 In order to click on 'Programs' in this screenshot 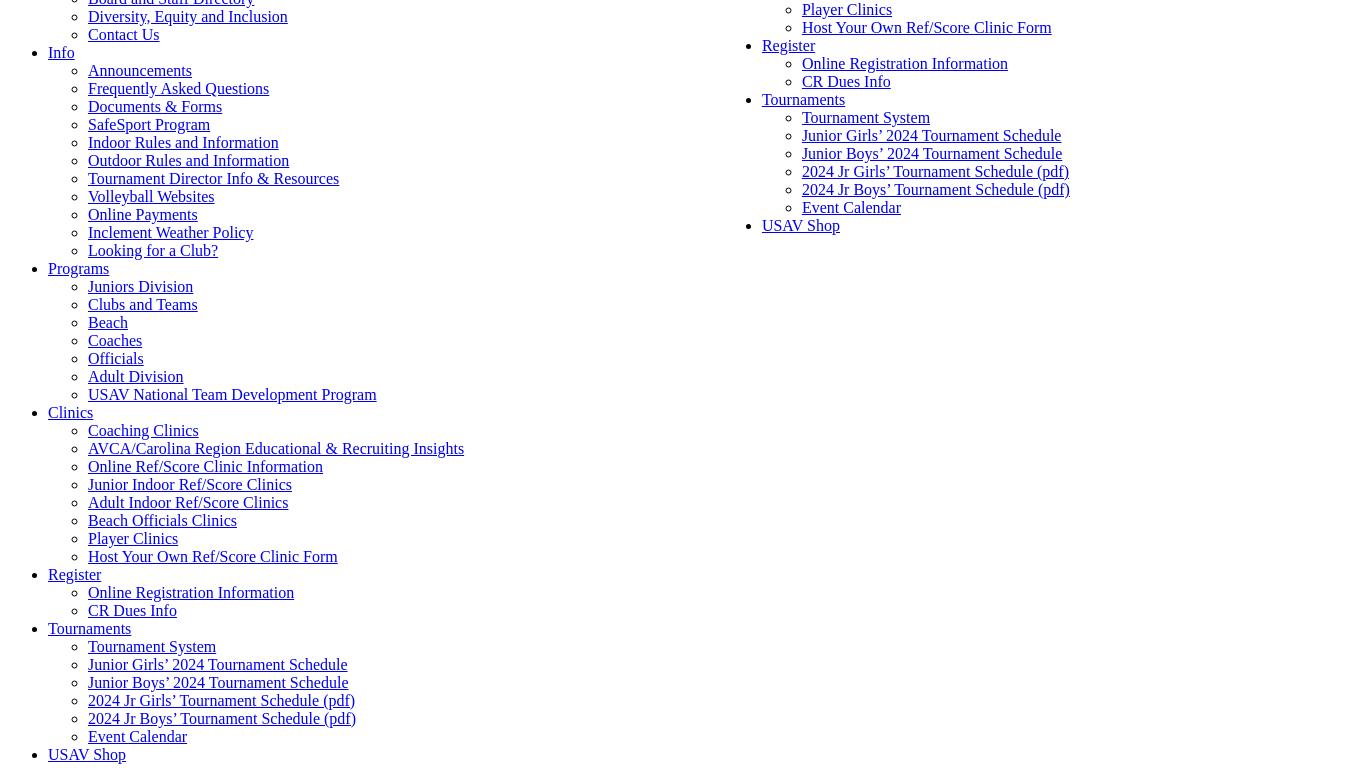, I will do `click(78, 266)`.